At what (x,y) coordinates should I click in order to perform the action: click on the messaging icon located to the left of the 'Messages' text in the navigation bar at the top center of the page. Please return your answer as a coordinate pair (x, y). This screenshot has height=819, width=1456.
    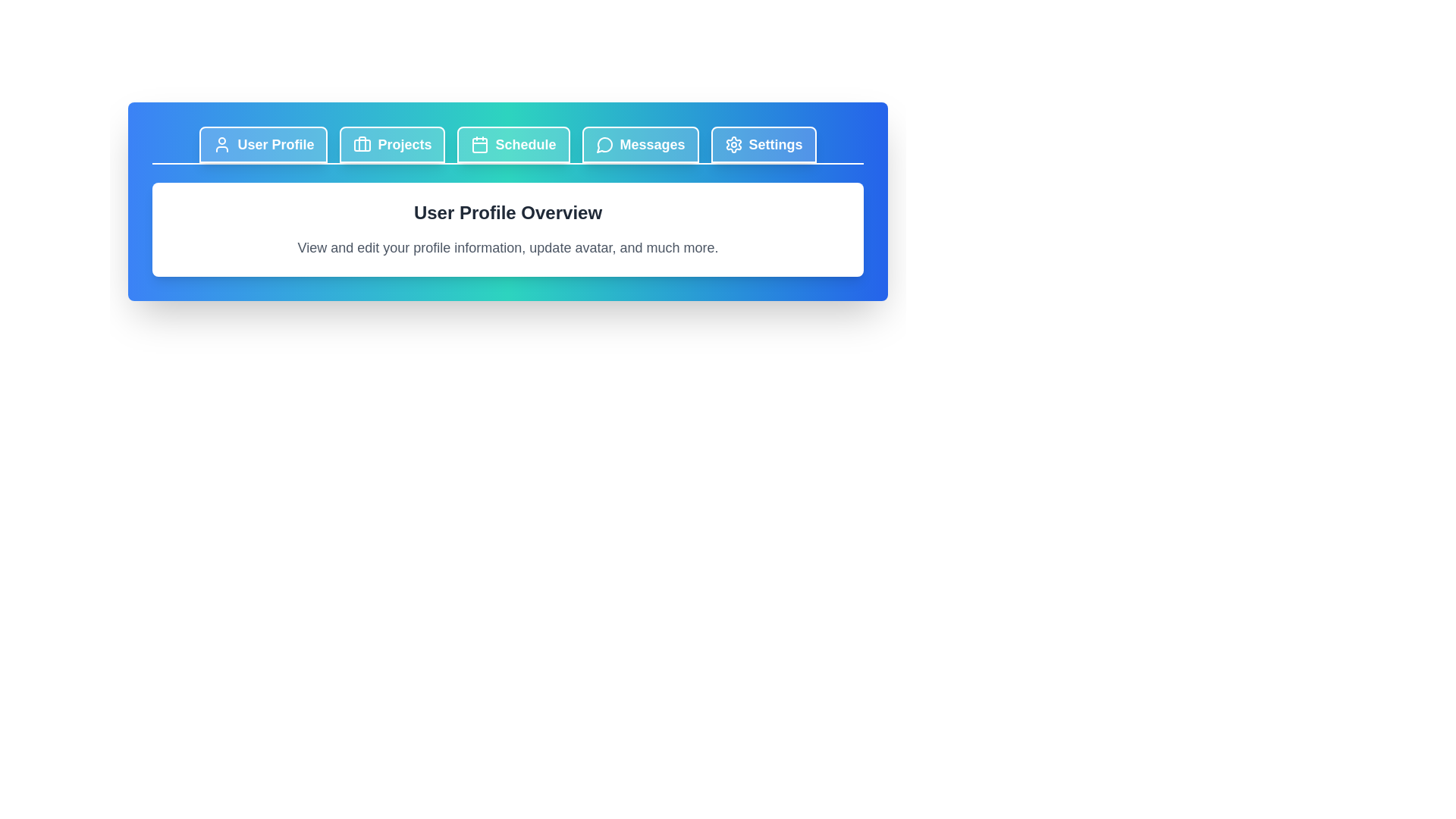
    Looking at the image, I should click on (604, 145).